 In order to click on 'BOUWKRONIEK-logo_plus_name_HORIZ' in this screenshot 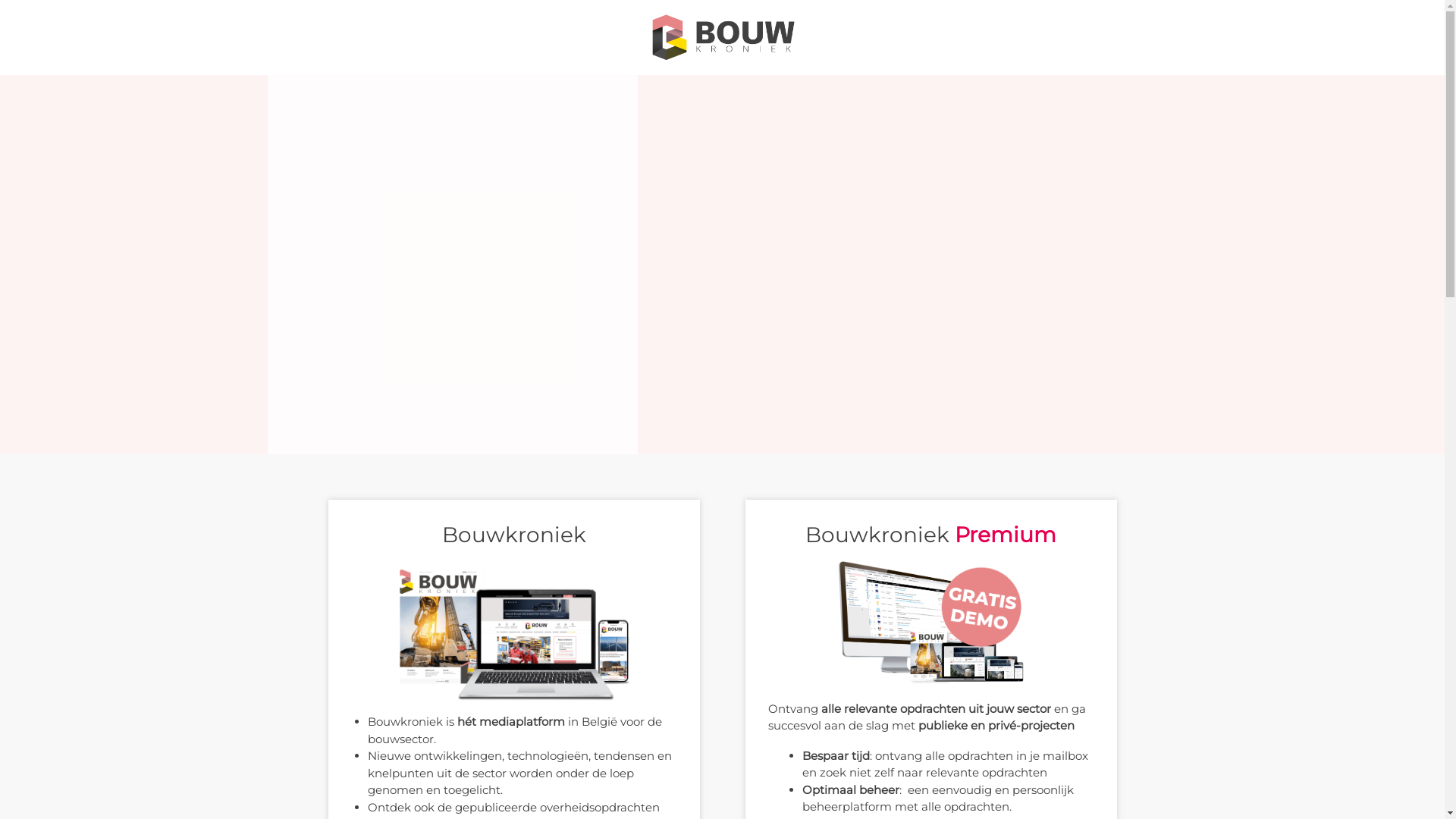, I will do `click(645, 36)`.